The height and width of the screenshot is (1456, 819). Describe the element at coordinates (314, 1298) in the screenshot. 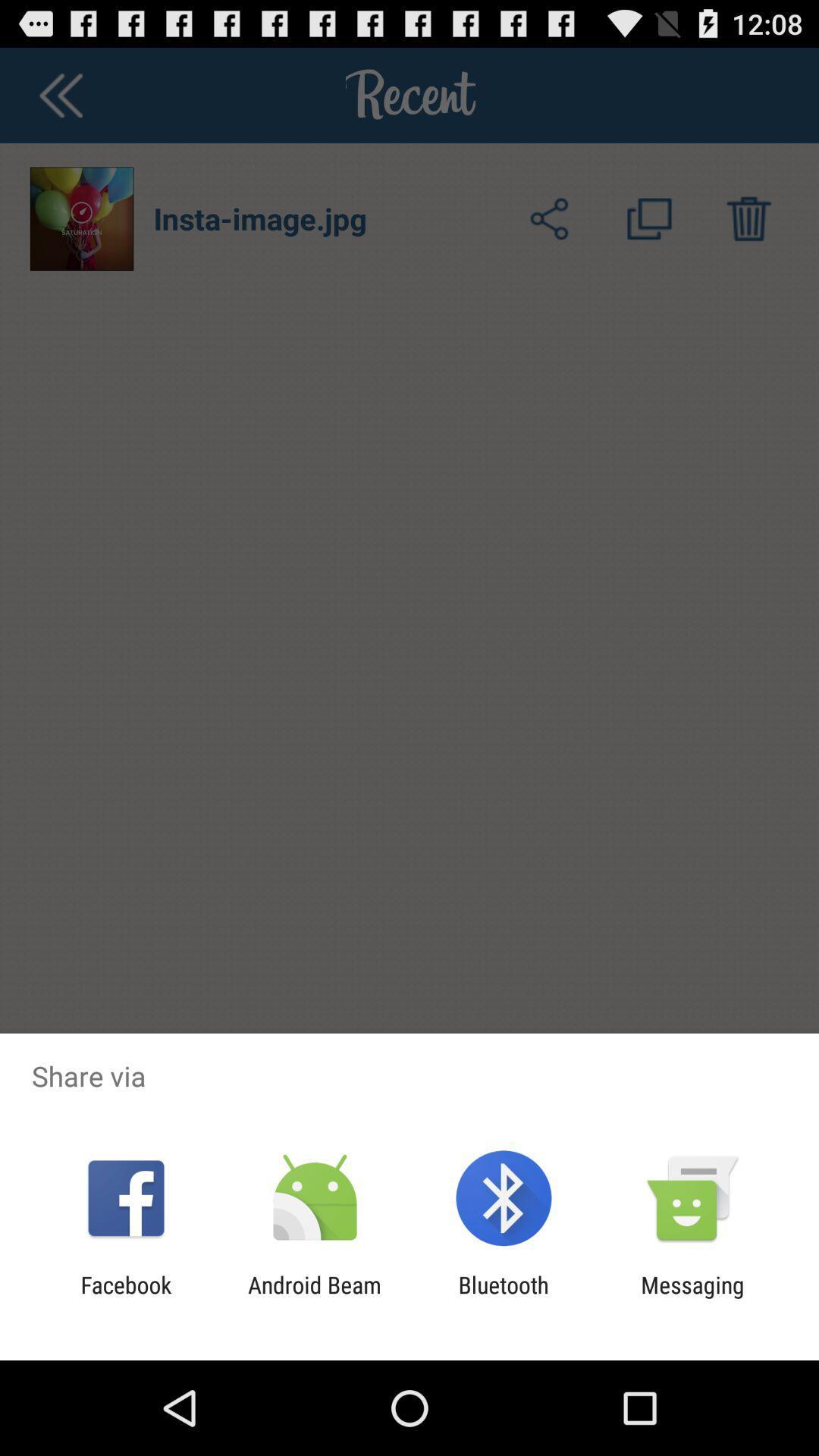

I see `app next to facebook app` at that location.